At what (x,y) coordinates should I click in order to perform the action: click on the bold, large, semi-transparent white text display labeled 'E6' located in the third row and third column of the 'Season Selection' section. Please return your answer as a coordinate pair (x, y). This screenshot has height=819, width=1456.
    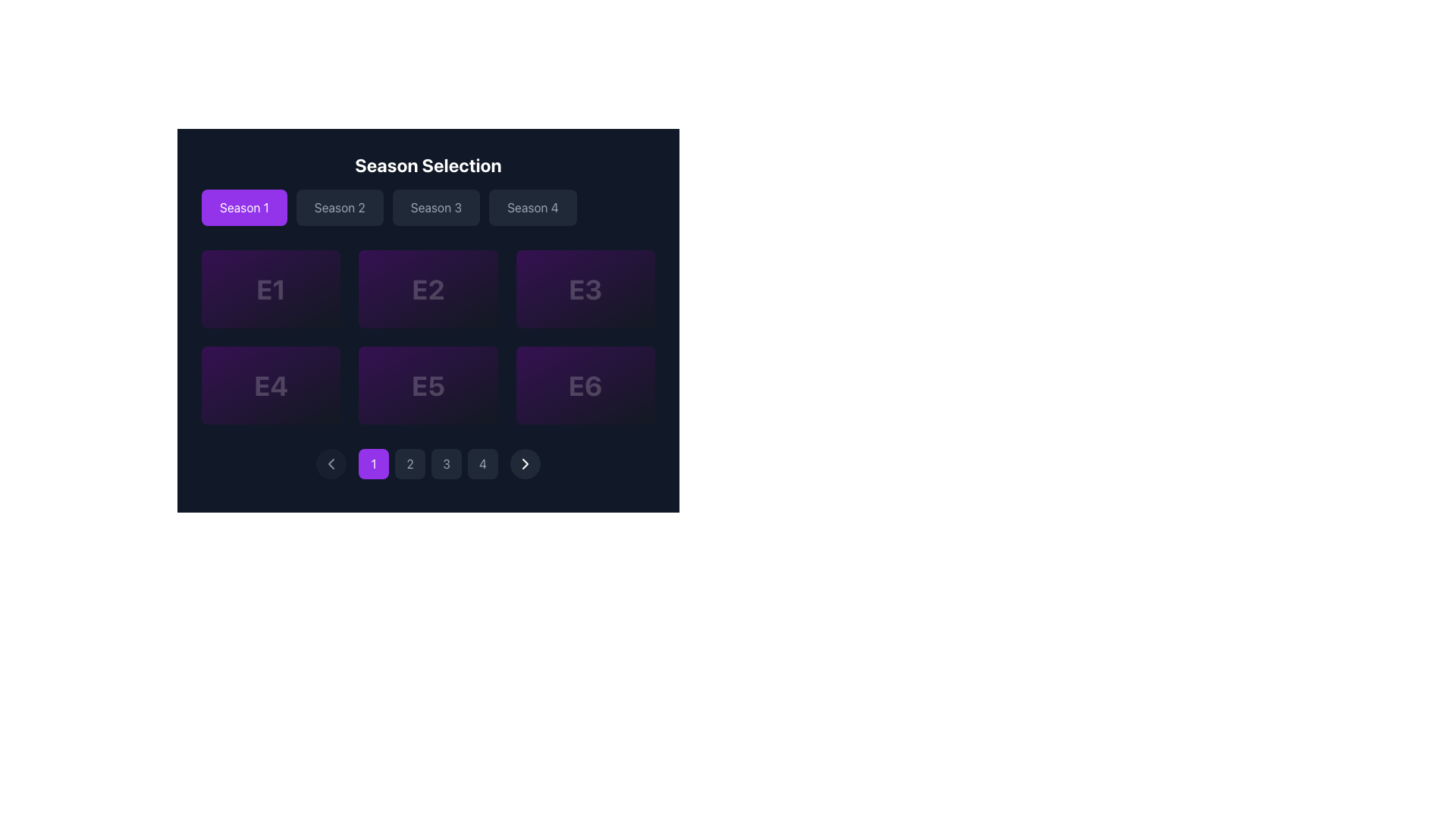
    Looking at the image, I should click on (585, 384).